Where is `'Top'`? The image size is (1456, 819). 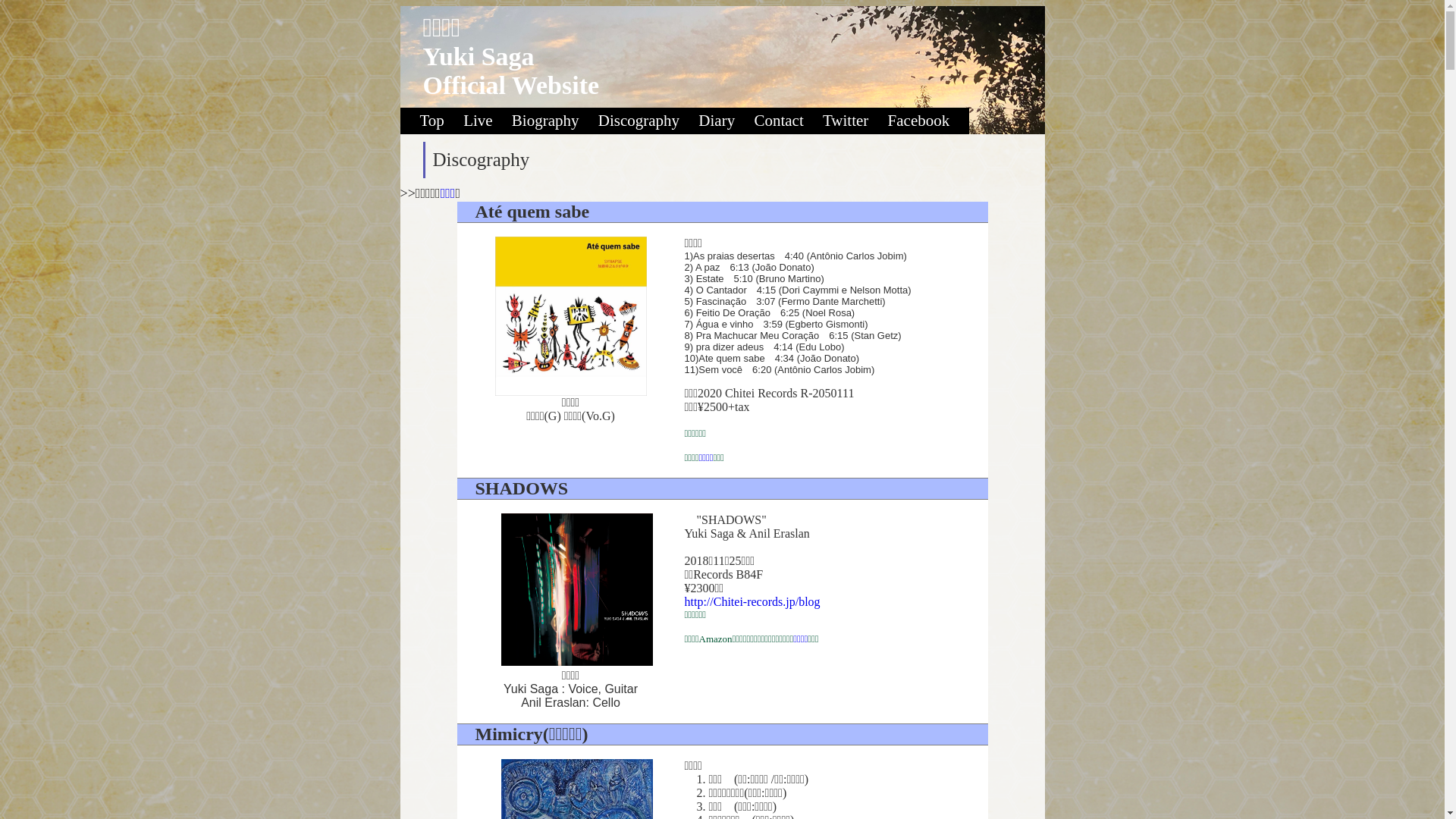 'Top' is located at coordinates (431, 119).